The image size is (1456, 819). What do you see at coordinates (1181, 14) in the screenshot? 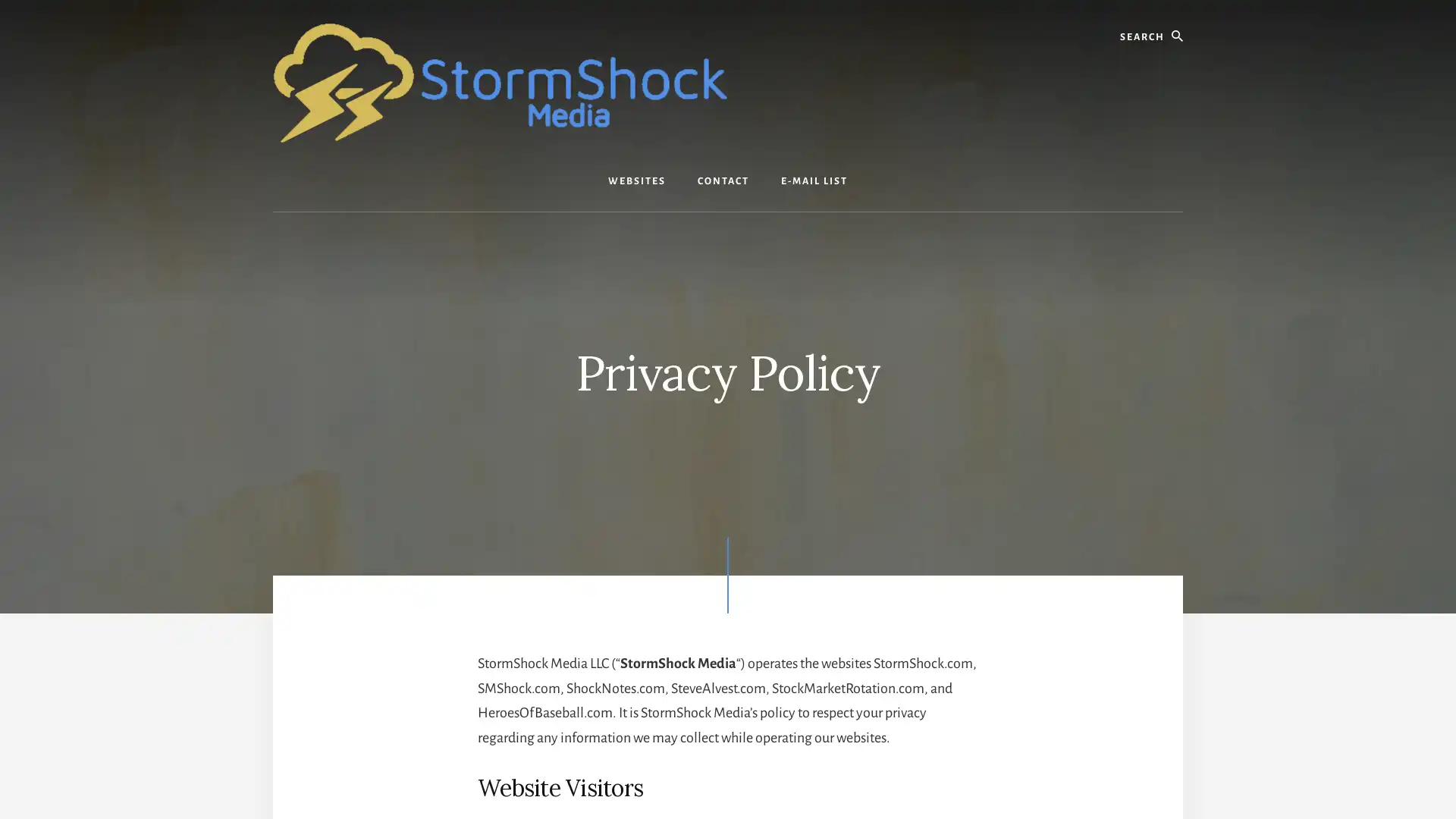
I see `Search` at bounding box center [1181, 14].